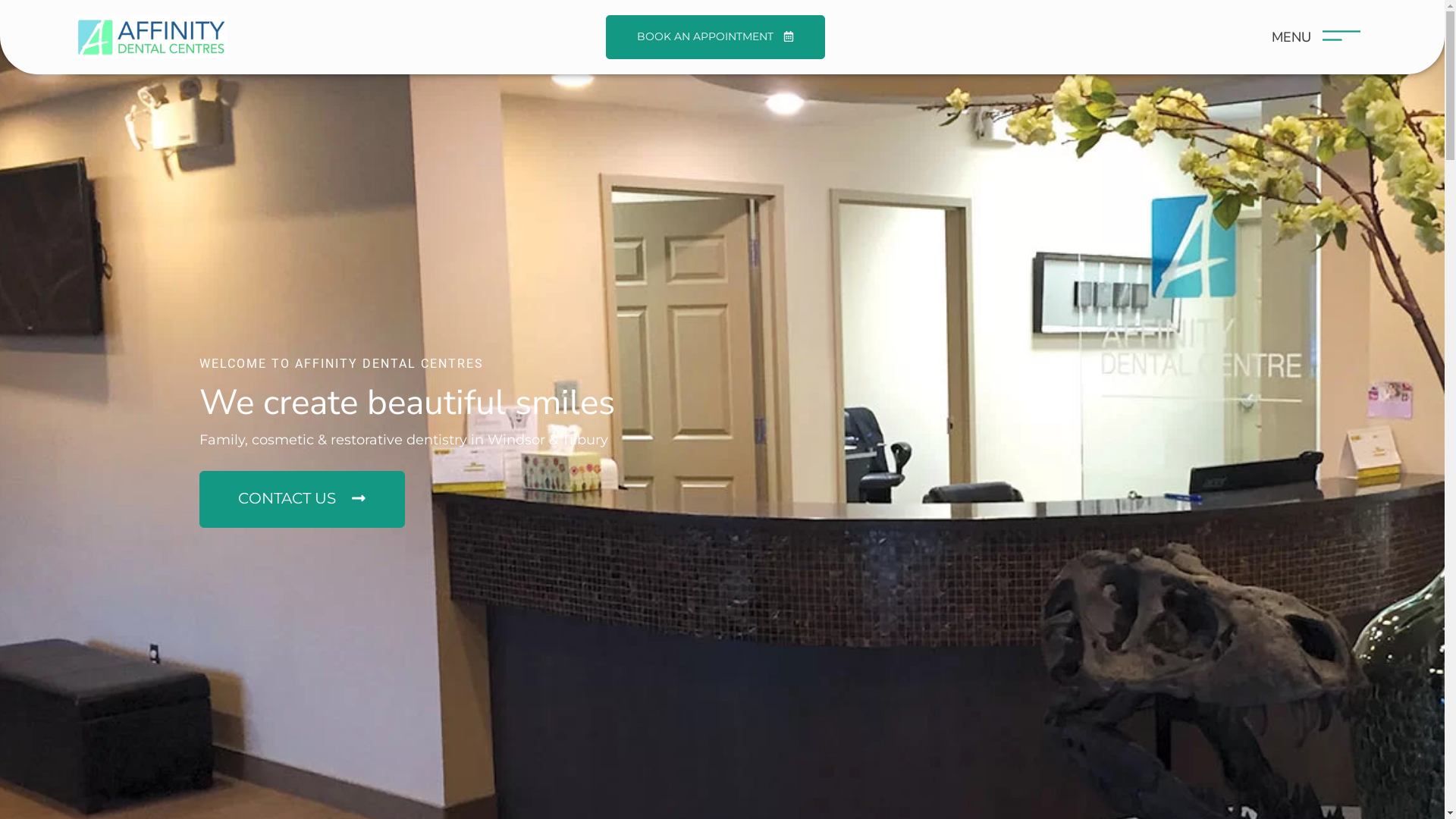 This screenshot has height=819, width=1456. I want to click on 'BOOK AN APPOINTMENT', so click(714, 36).